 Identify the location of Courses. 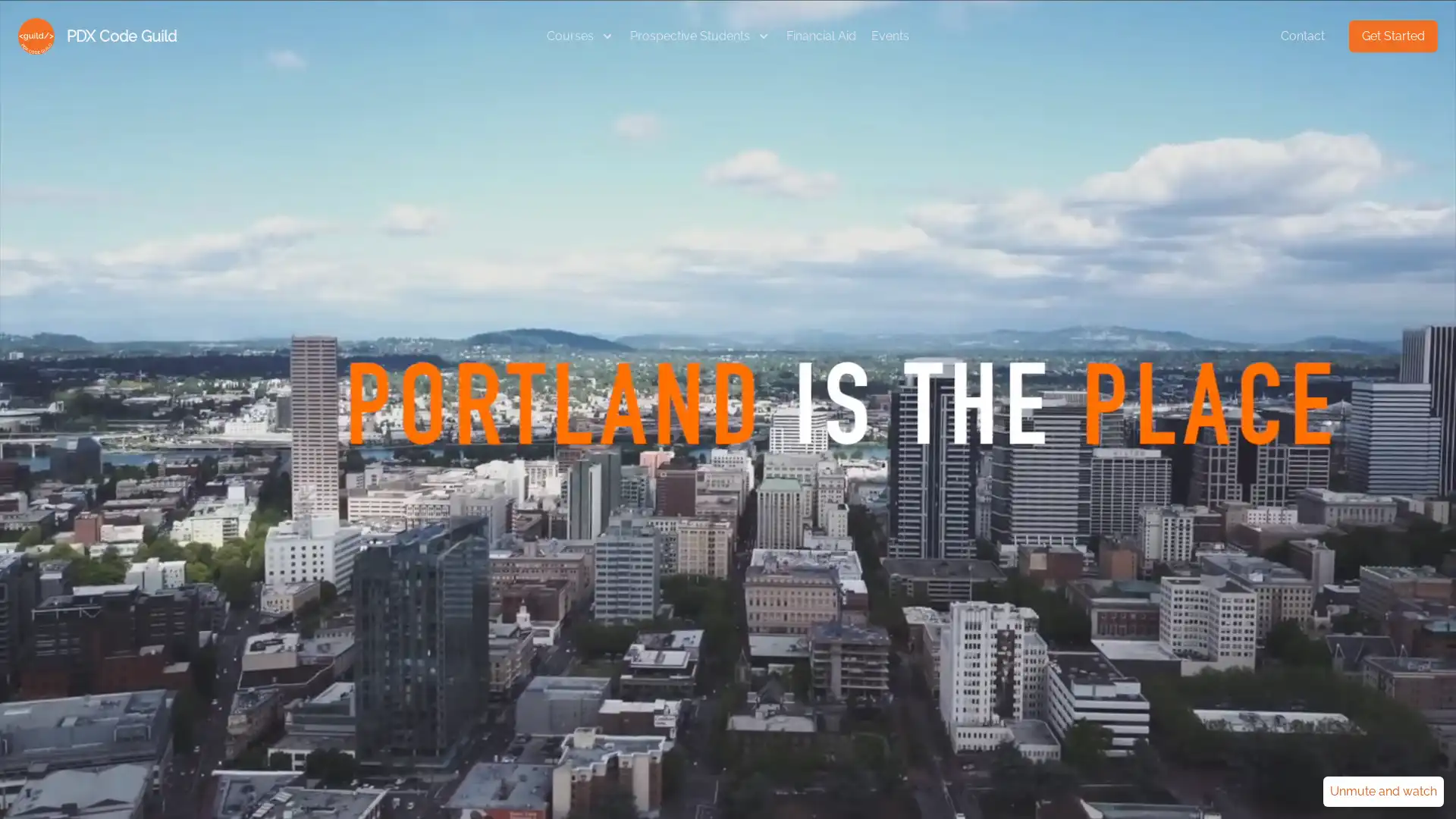
(580, 35).